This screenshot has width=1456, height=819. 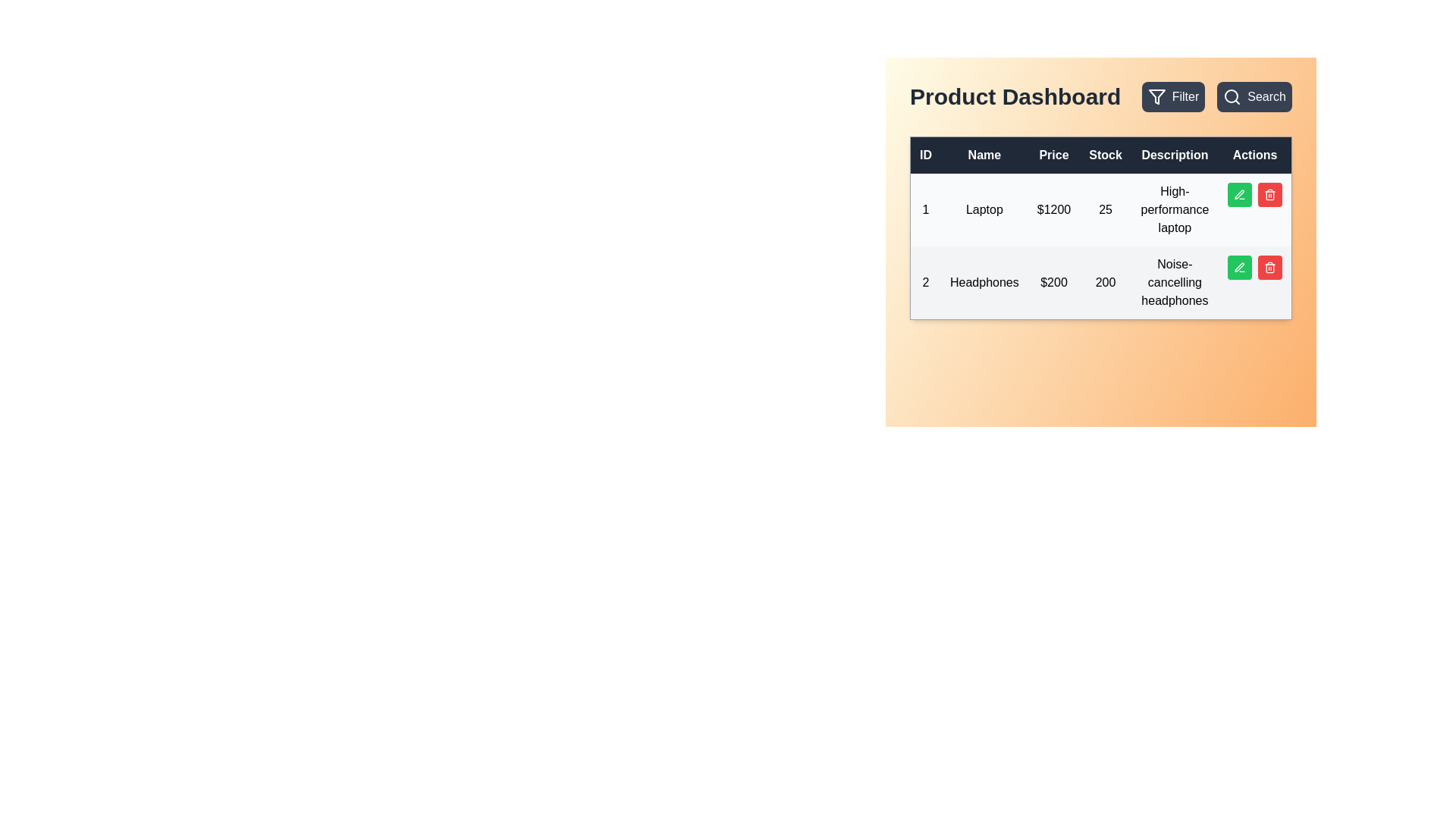 What do you see at coordinates (1239, 193) in the screenshot?
I see `the edit button icon in the 'Actions' column of the second row for the 'Headphones' product entry` at bounding box center [1239, 193].